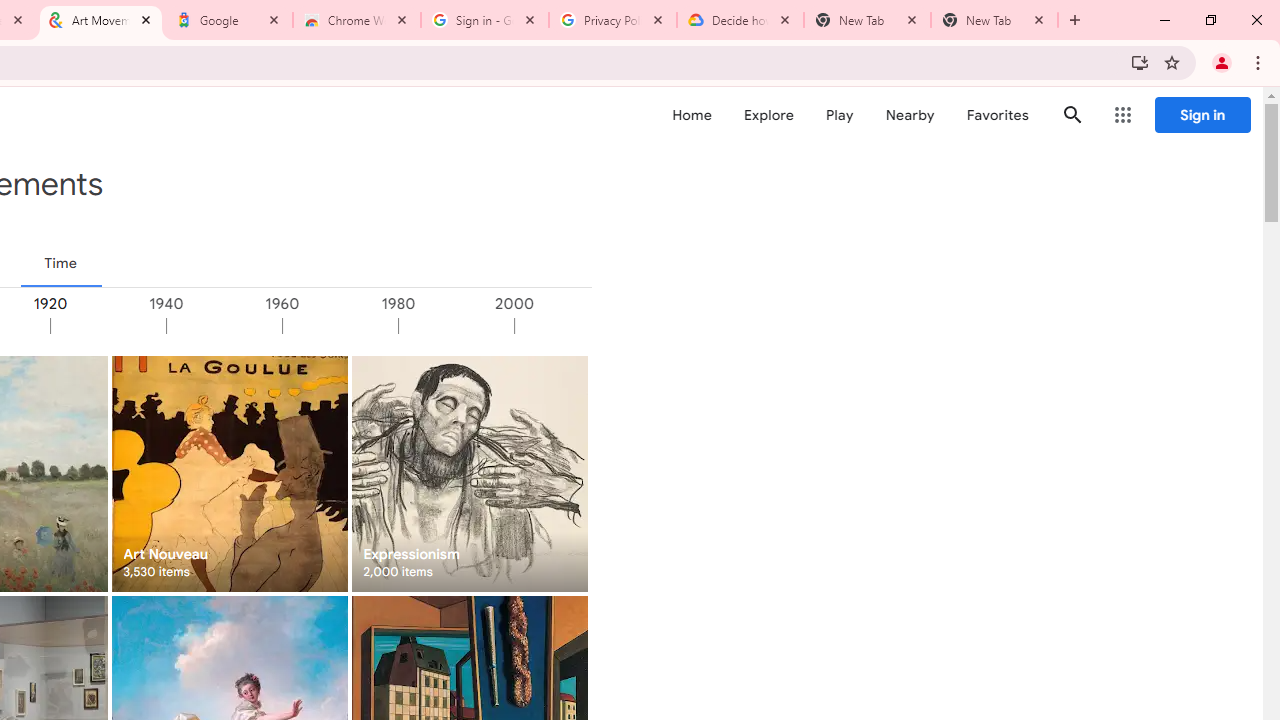  Describe the element at coordinates (468, 473) in the screenshot. I see `'Expressionism 2,000 items'` at that location.